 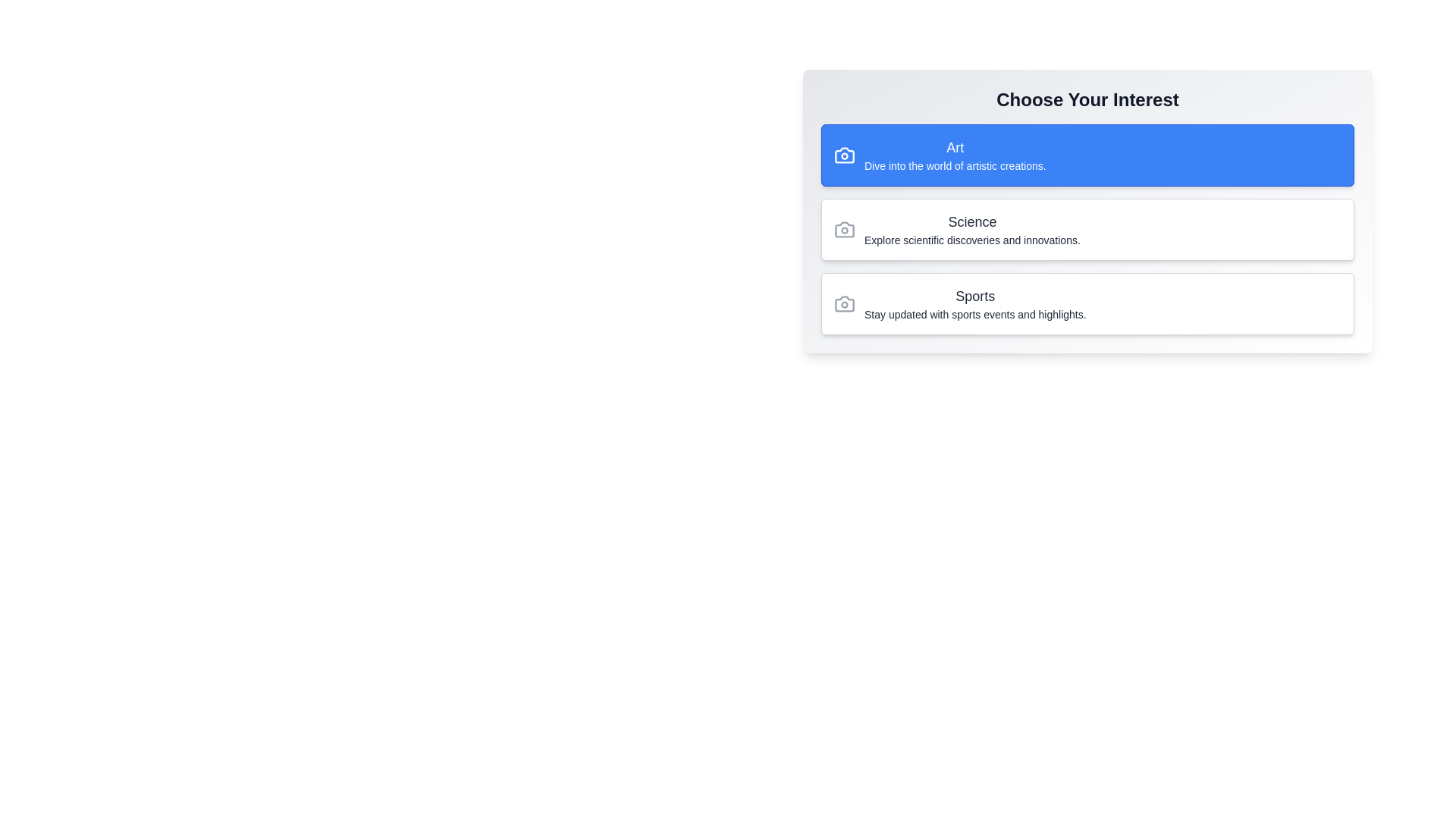 What do you see at coordinates (1087, 99) in the screenshot?
I see `the title Text label at the very top of the menu interface, which provides context about the content or choices below it` at bounding box center [1087, 99].